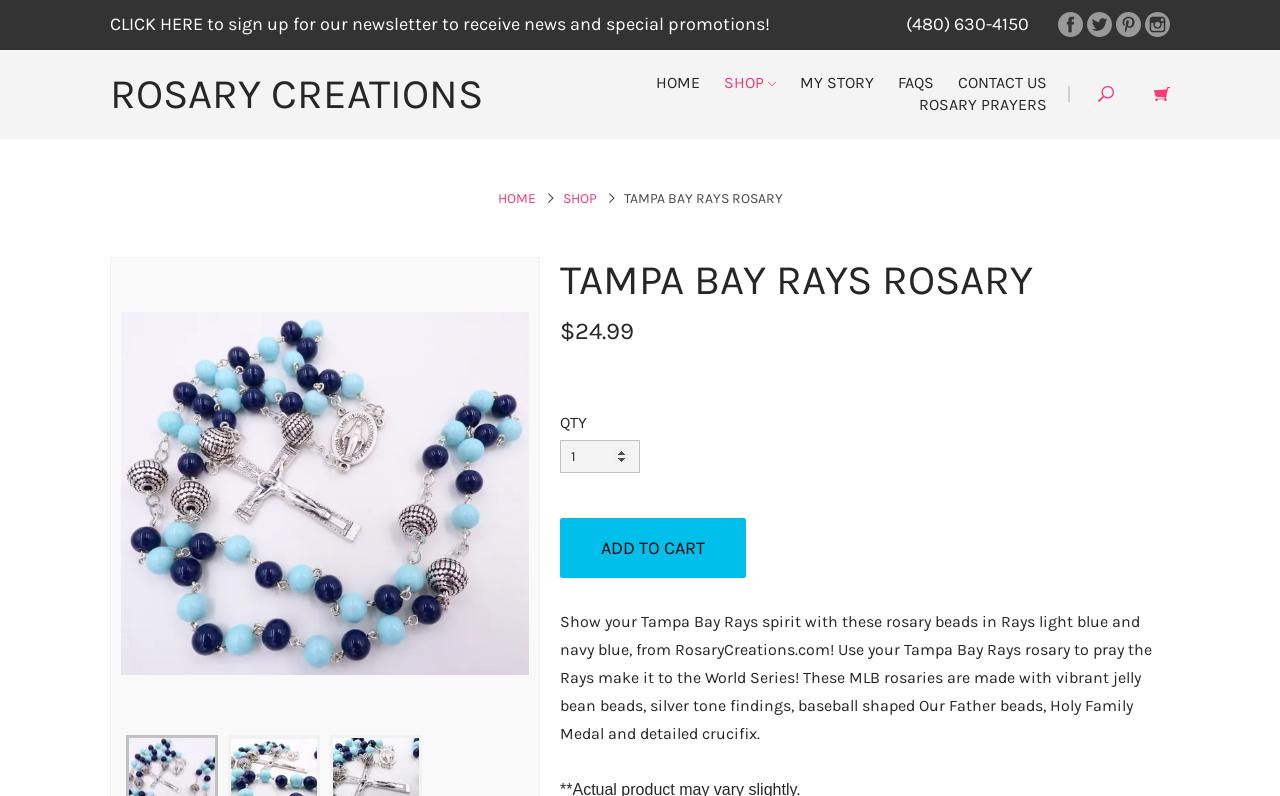  Describe the element at coordinates (904, 23) in the screenshot. I see `'(480) 630-4150'` at that location.